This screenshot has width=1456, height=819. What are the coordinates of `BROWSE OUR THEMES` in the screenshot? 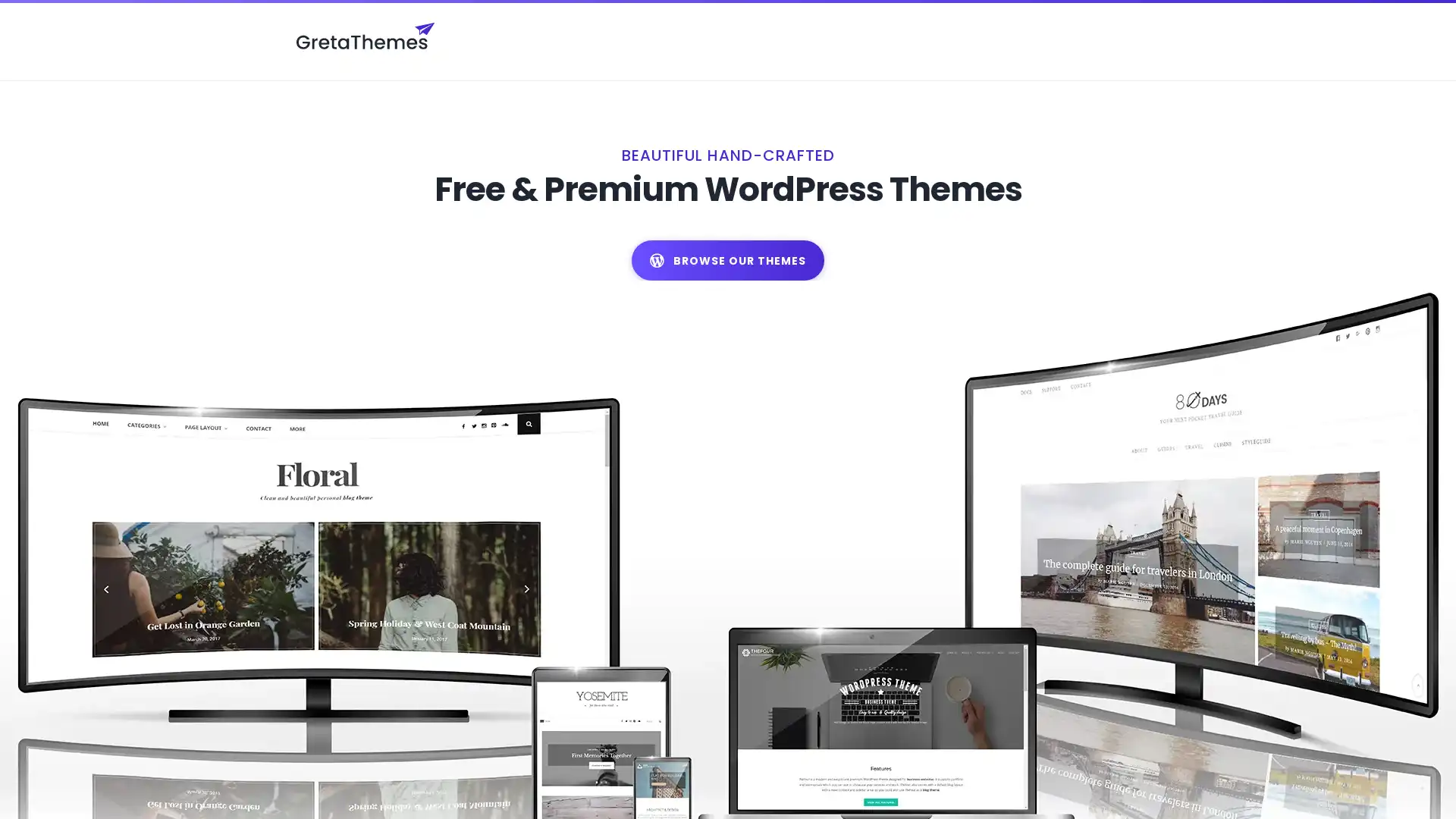 It's located at (728, 259).